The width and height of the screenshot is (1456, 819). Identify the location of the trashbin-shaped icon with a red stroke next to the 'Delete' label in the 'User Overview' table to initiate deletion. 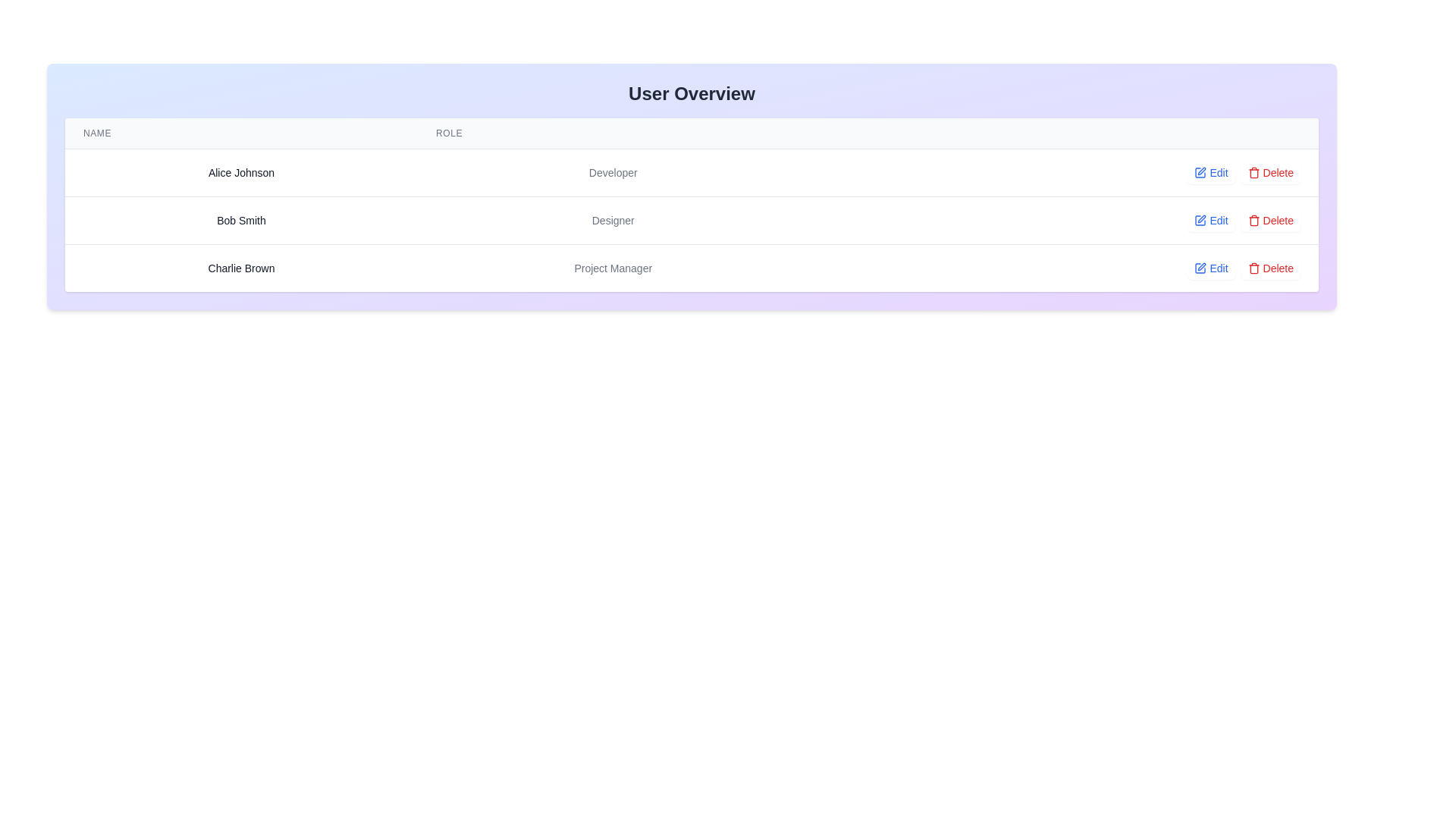
(1254, 220).